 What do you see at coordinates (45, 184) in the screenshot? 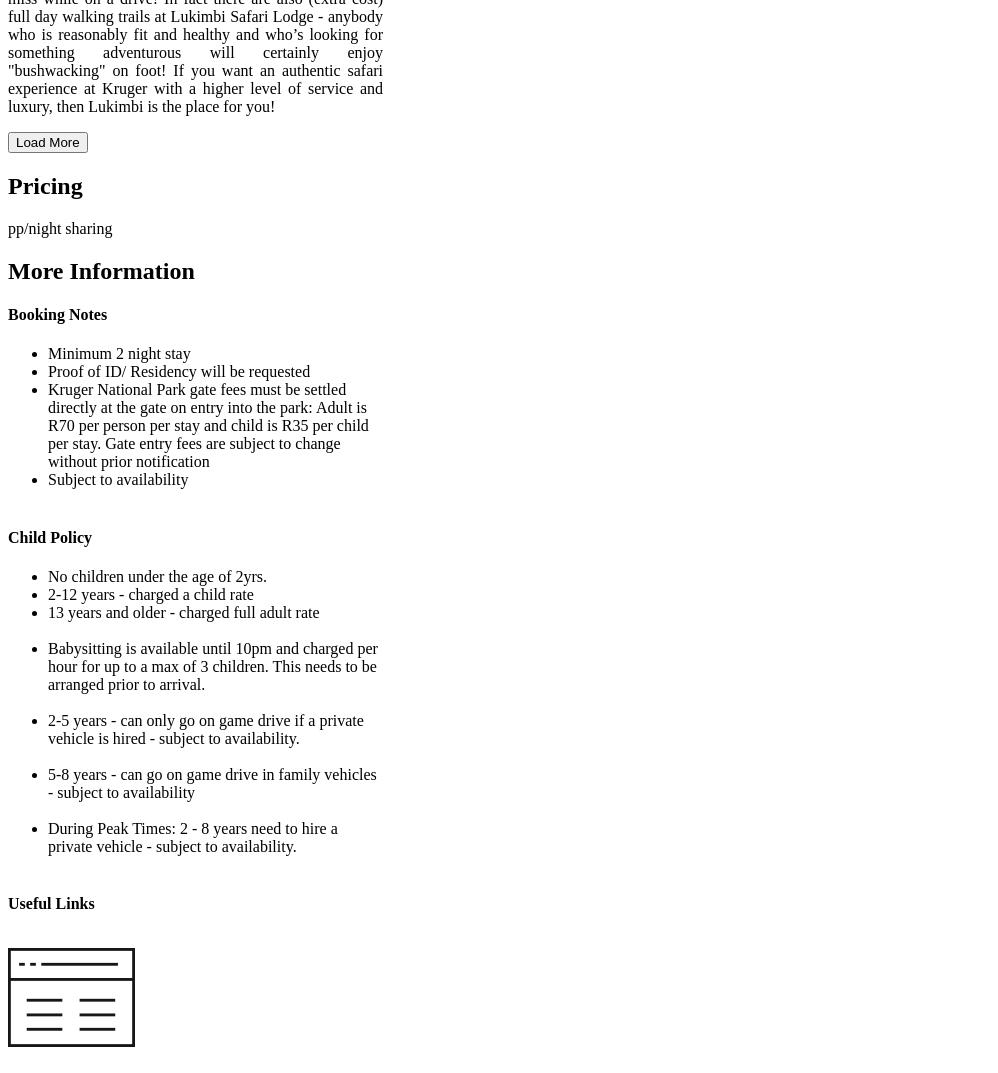
I see `'Pricing'` at bounding box center [45, 184].